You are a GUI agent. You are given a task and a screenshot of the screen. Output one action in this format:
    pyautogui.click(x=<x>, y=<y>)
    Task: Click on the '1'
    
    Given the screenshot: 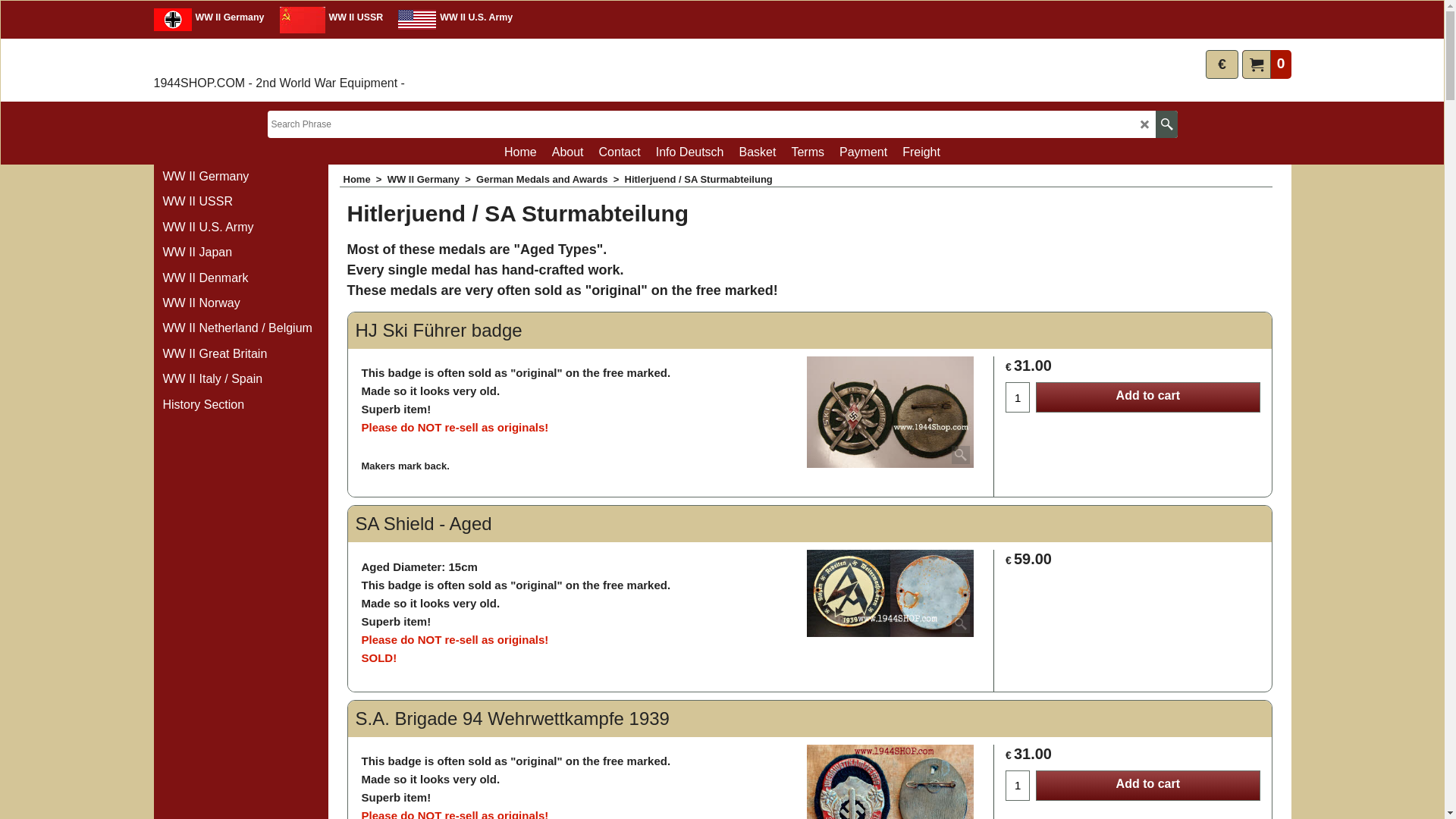 What is the action you would take?
    pyautogui.click(x=1018, y=397)
    